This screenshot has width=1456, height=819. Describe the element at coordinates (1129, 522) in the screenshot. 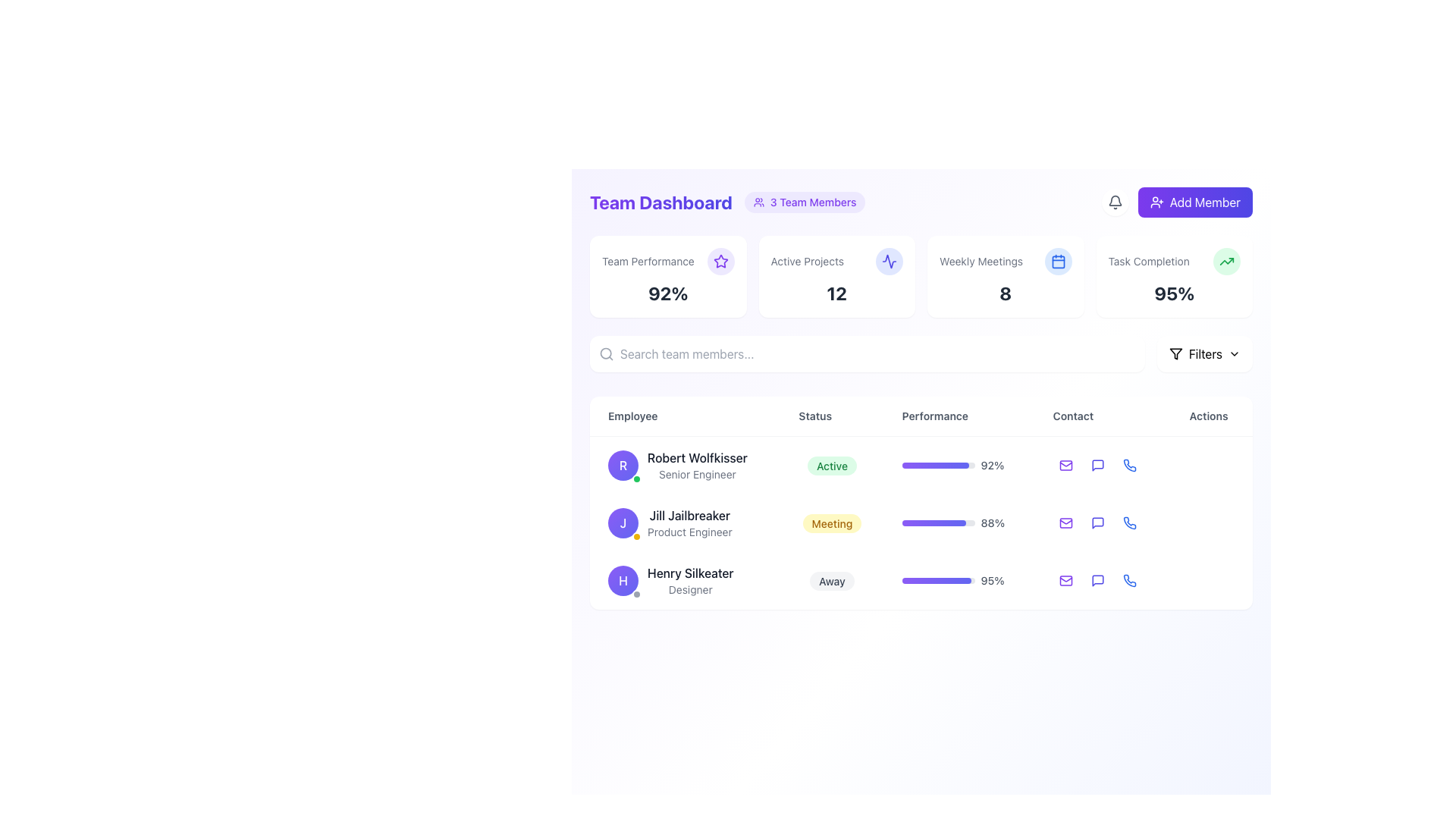

I see `the phone call icon for 'Henry Silkeater Designer' in the Contact column of the dashboard` at that location.